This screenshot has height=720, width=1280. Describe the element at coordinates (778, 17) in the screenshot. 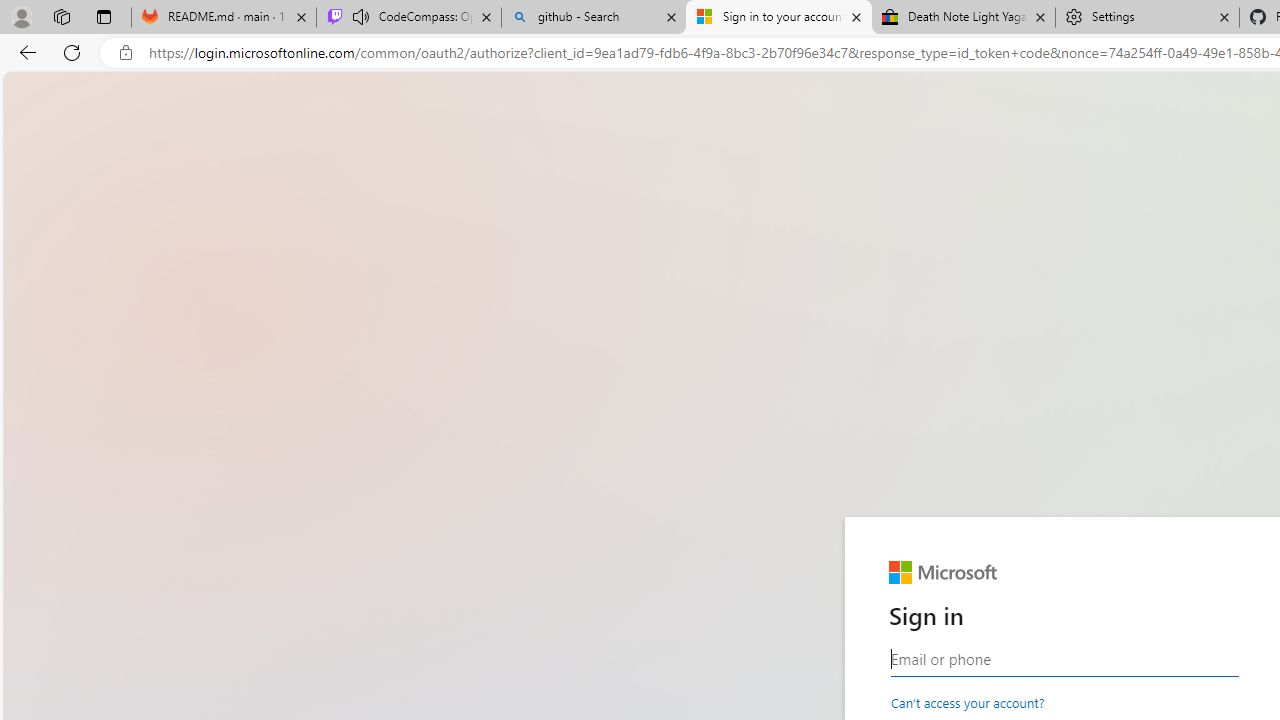

I see `'Sign in to your account'` at that location.